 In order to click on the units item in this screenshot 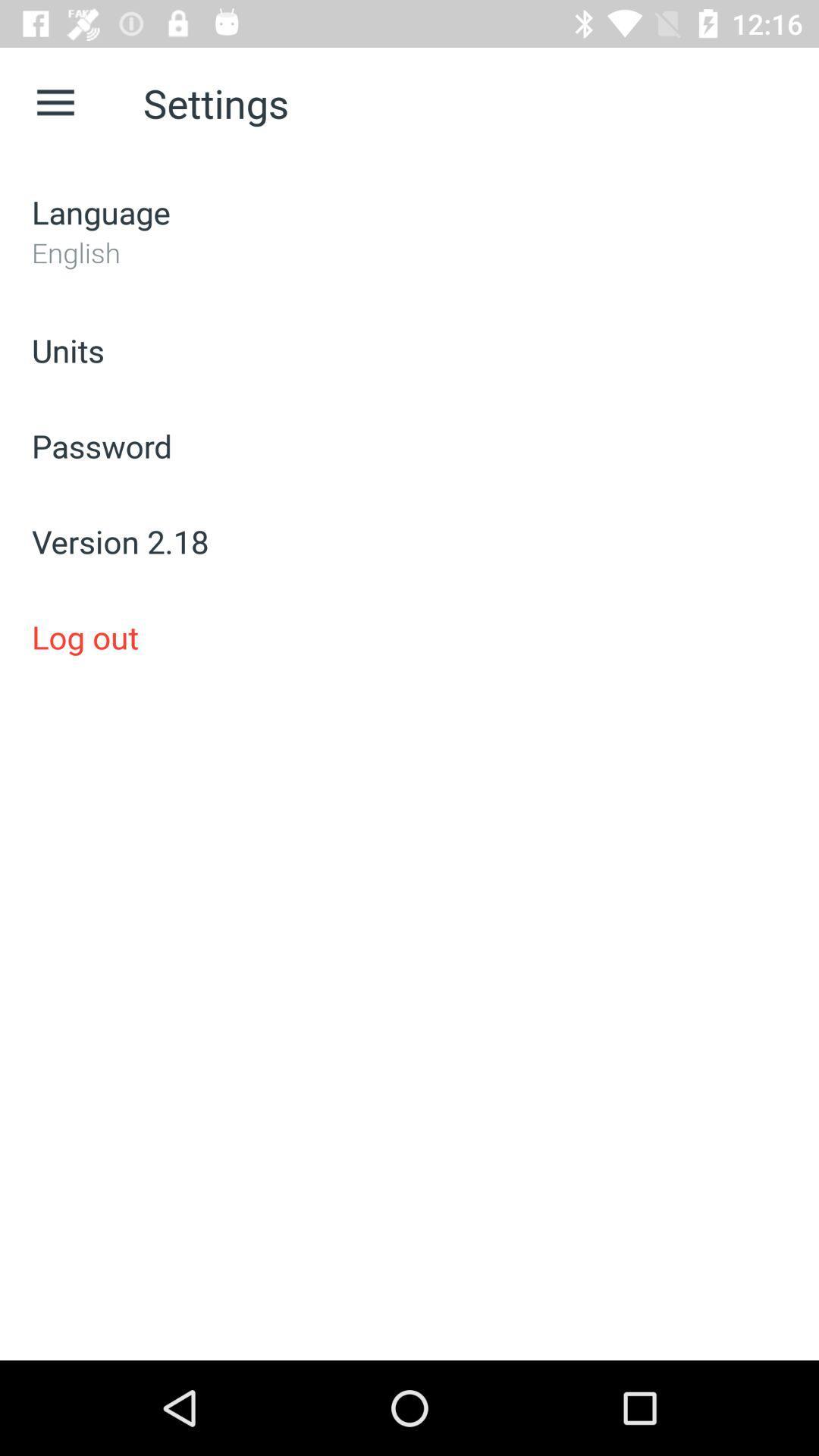, I will do `click(409, 349)`.